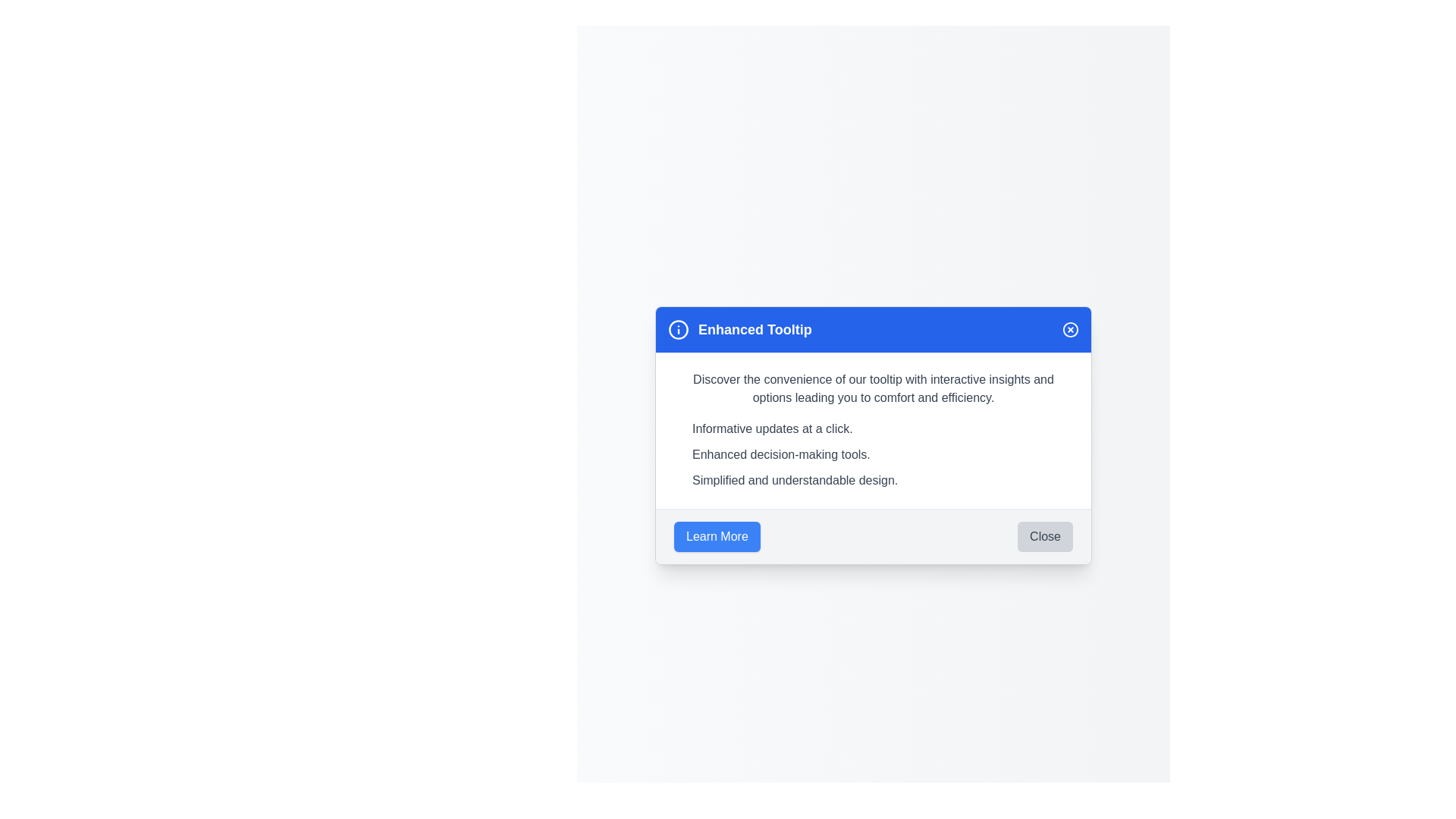  Describe the element at coordinates (716, 535) in the screenshot. I see `the blue 'Learn More' button with white text located in the bottom-left part of the footer section of the card layout` at that location.